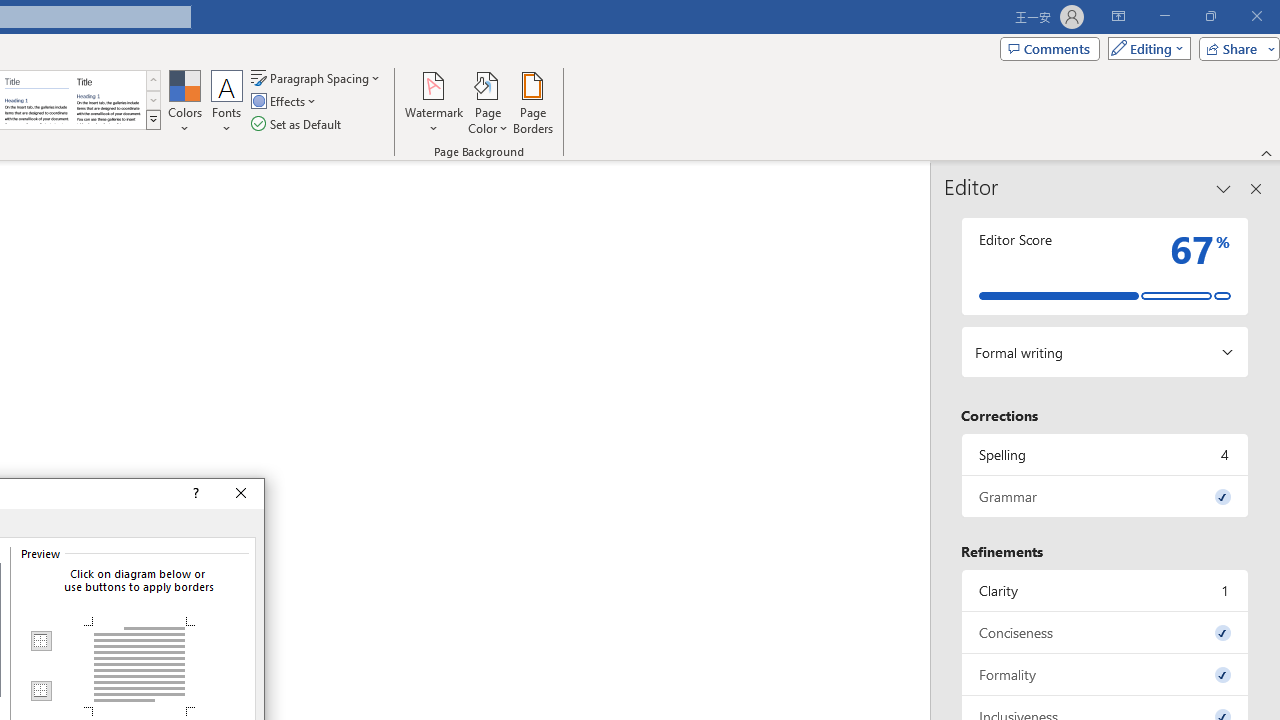 This screenshot has width=1280, height=720. Describe the element at coordinates (40, 689) in the screenshot. I see `'Bottom Border'` at that location.